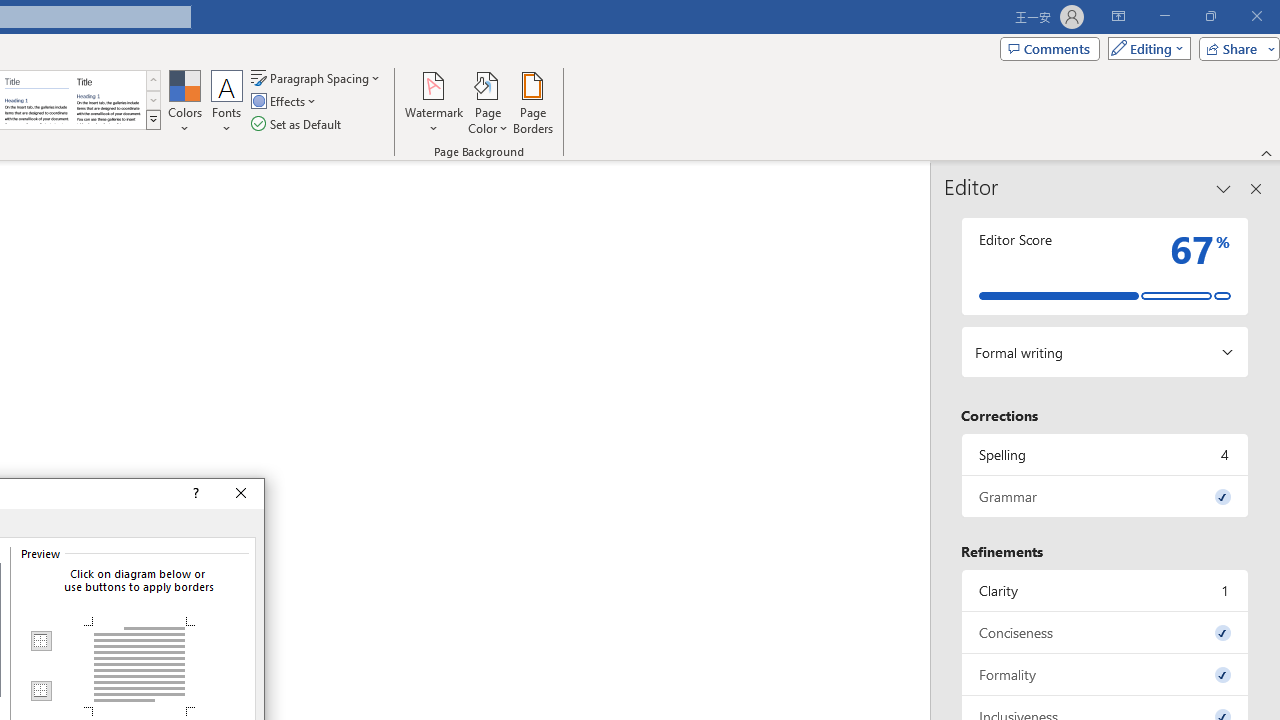 This screenshot has width=1280, height=720. Describe the element at coordinates (40, 689) in the screenshot. I see `'Bottom Border'` at that location.